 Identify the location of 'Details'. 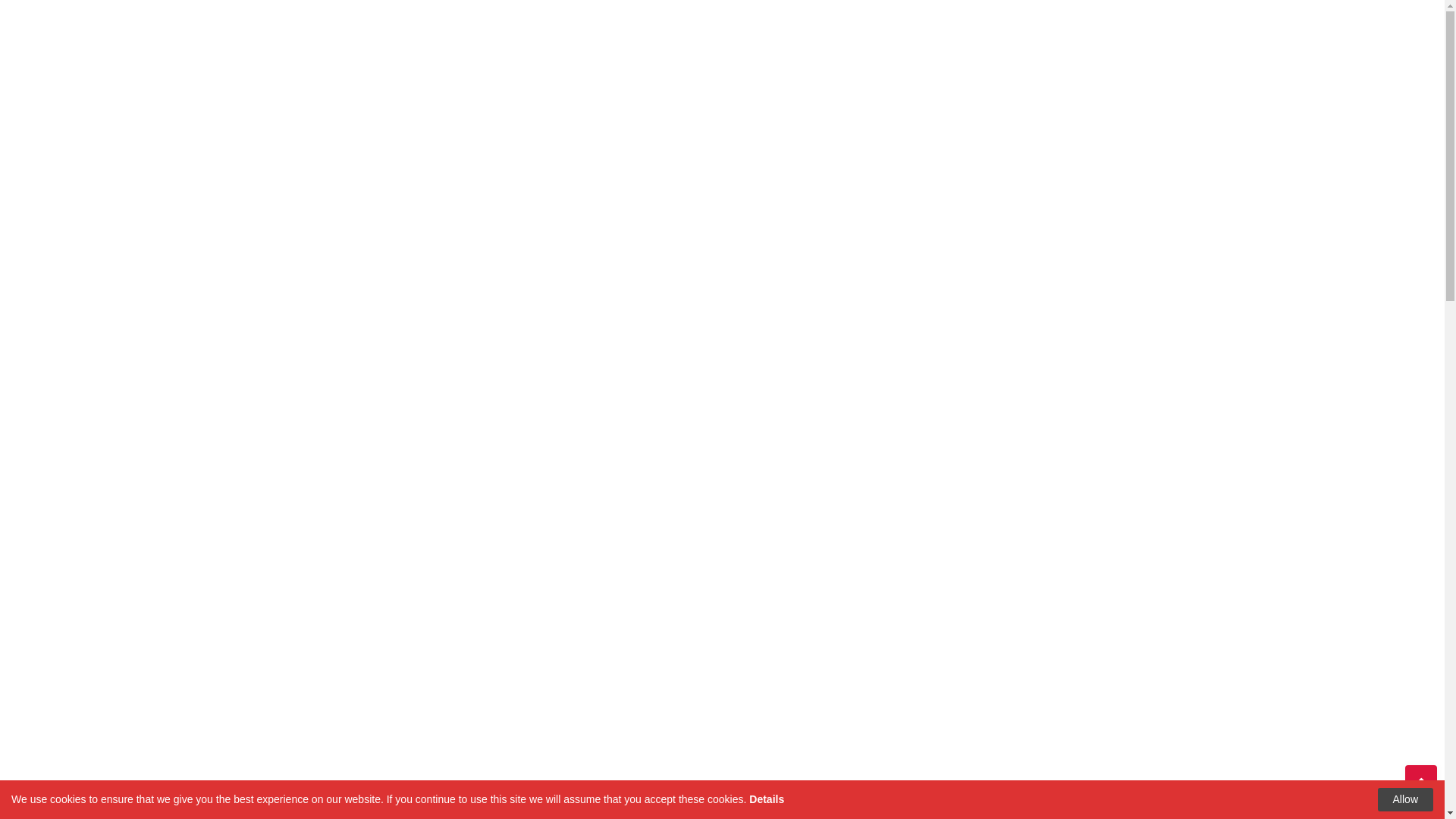
(767, 798).